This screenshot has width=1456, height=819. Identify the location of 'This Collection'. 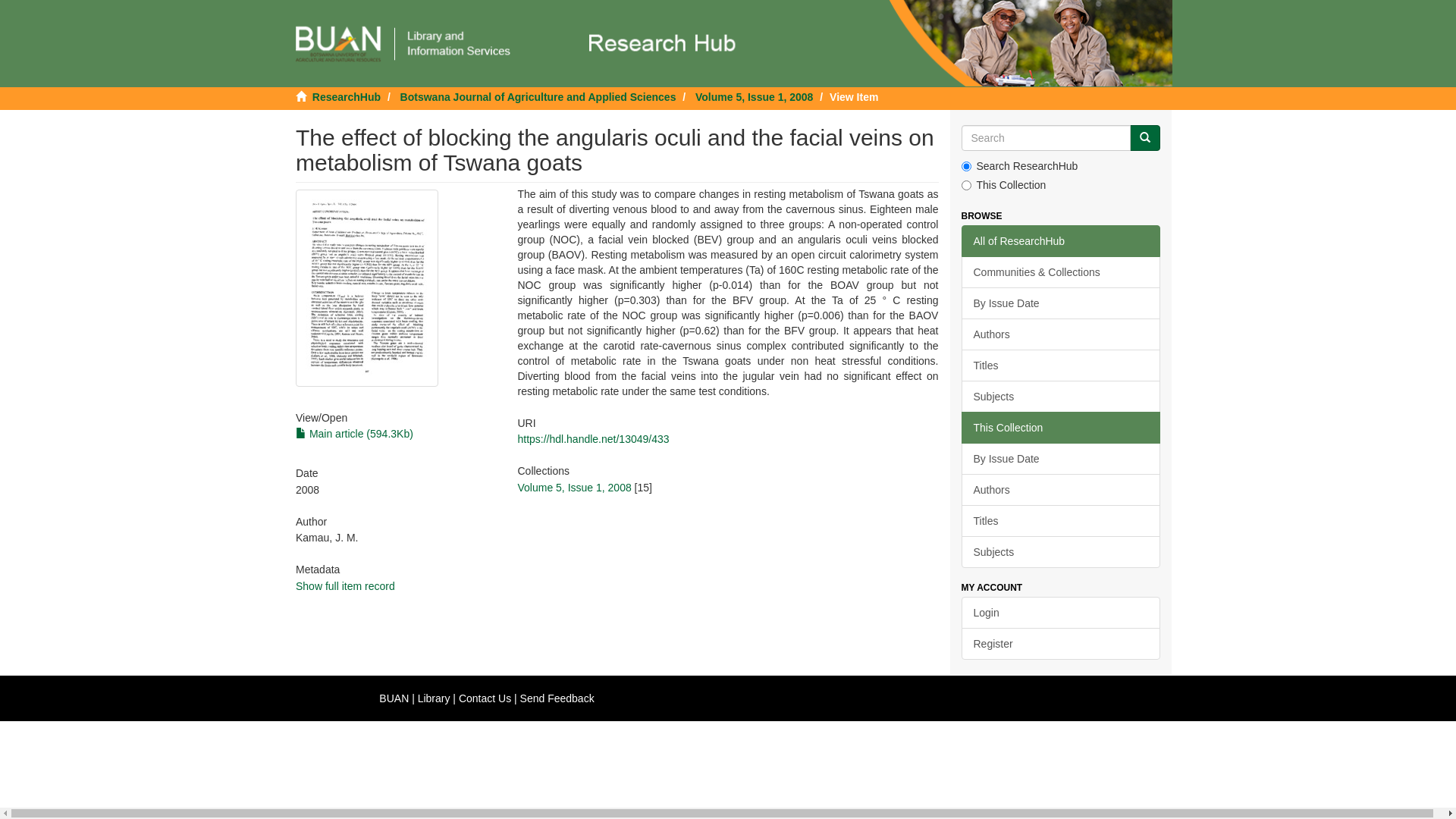
(1060, 427).